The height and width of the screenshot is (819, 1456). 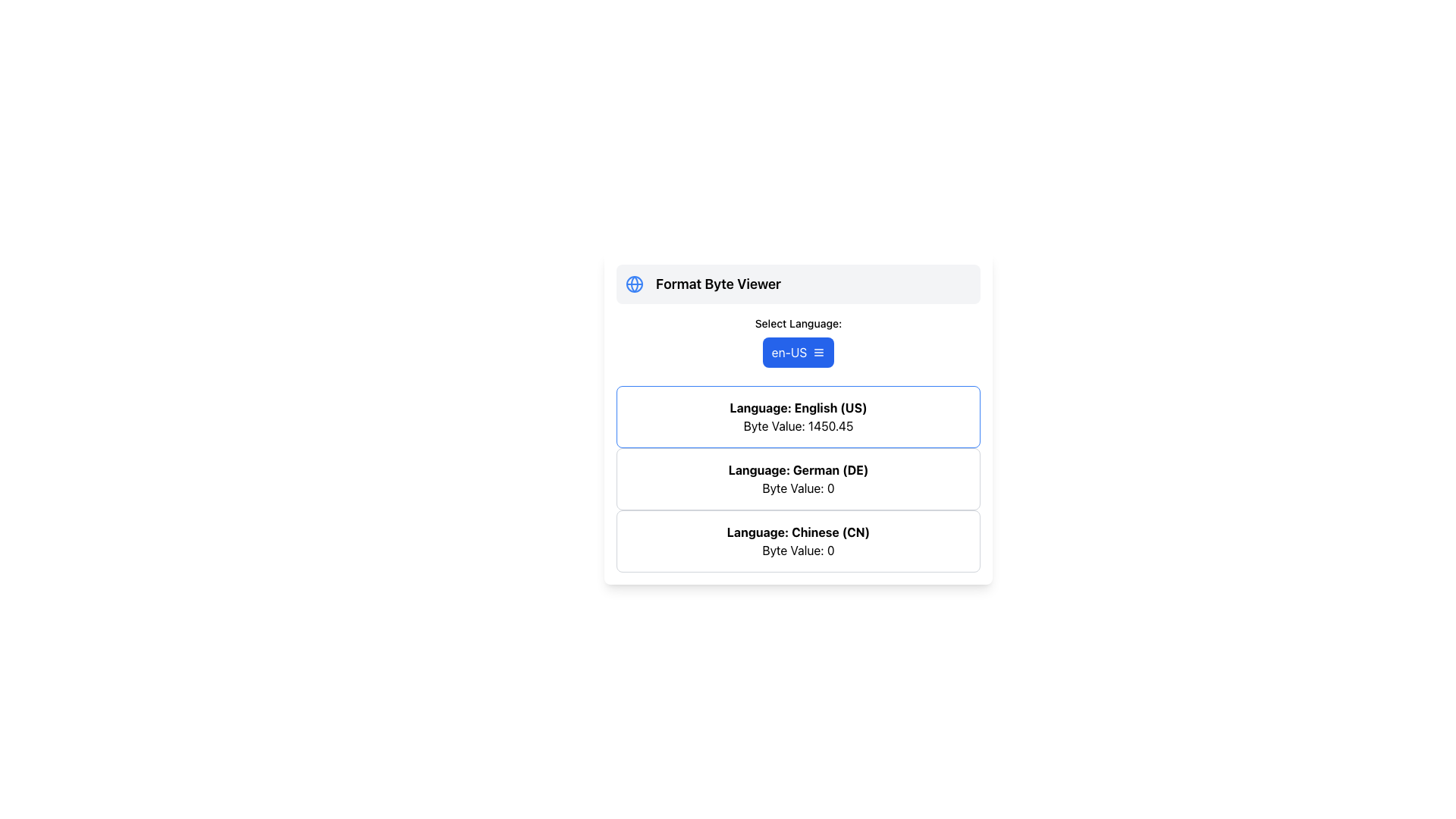 What do you see at coordinates (797, 479) in the screenshot?
I see `the Informational display block that shows details about the German language (DE) with a byte value of 0, positioned between the English (US) and Chinese (CN) language sections` at bounding box center [797, 479].